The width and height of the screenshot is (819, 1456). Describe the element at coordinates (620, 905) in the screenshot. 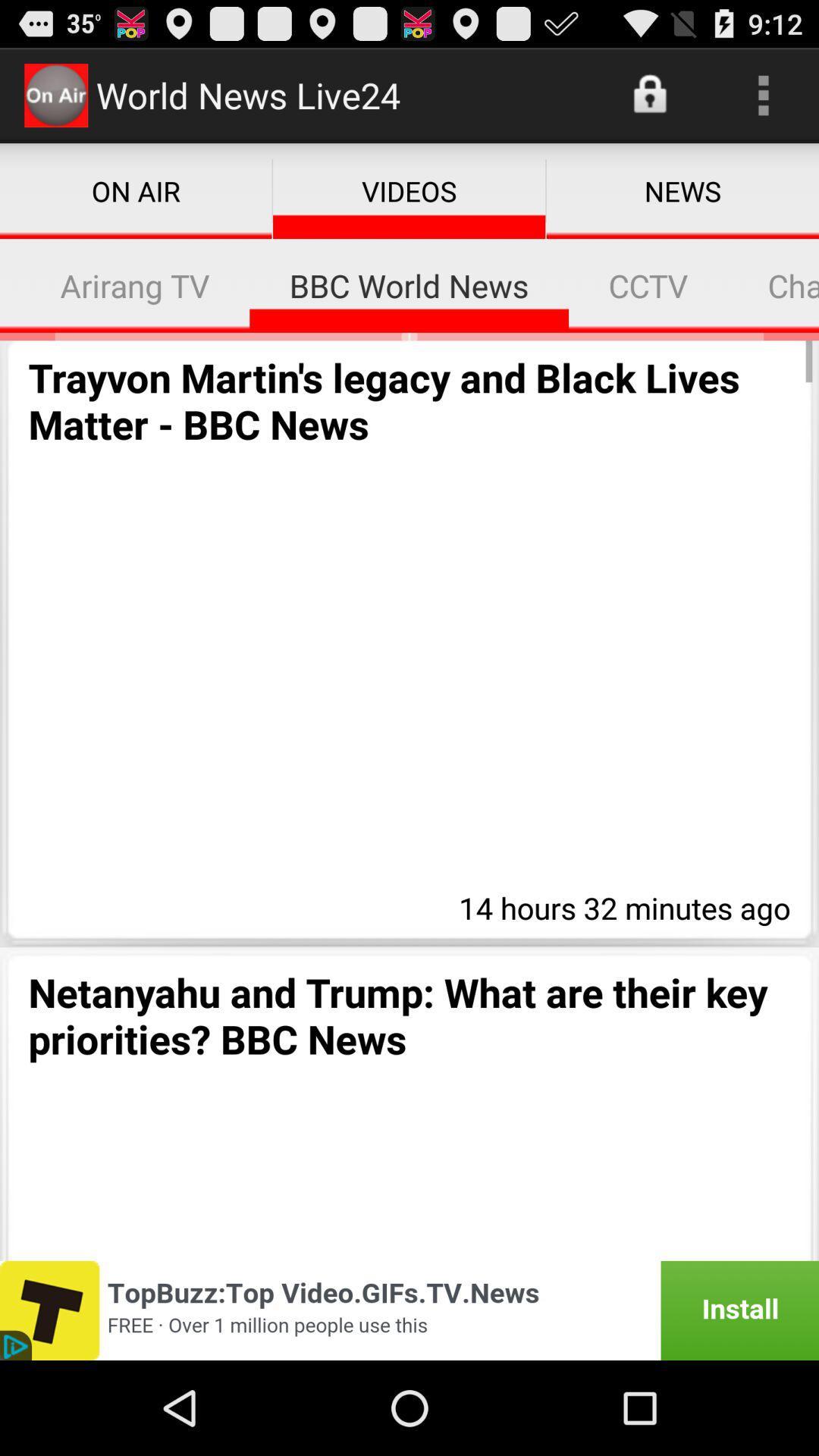

I see `14 hours 32 app` at that location.